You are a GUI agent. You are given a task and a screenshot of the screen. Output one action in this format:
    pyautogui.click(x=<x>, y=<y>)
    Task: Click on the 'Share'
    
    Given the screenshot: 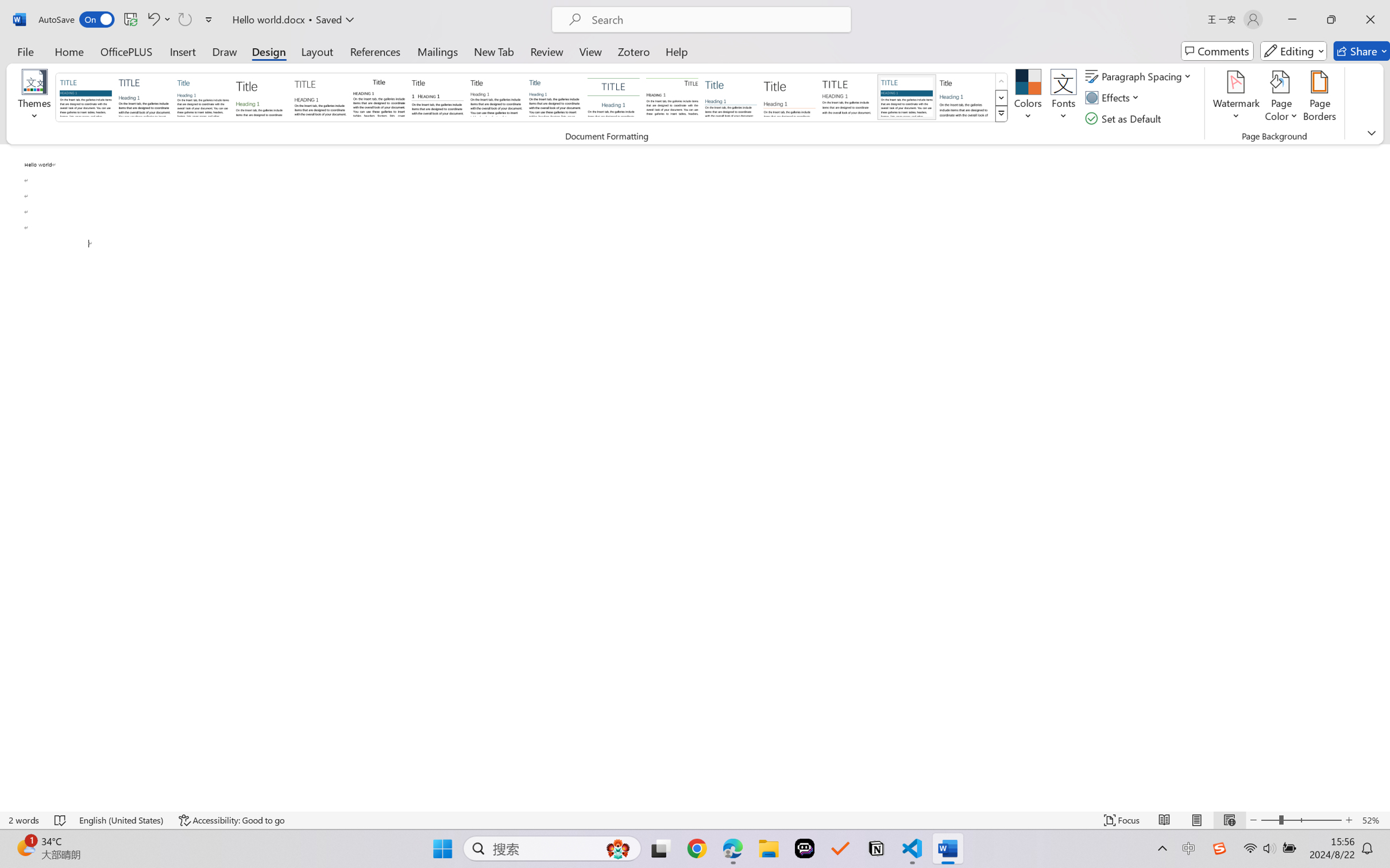 What is the action you would take?
    pyautogui.click(x=1361, y=51)
    